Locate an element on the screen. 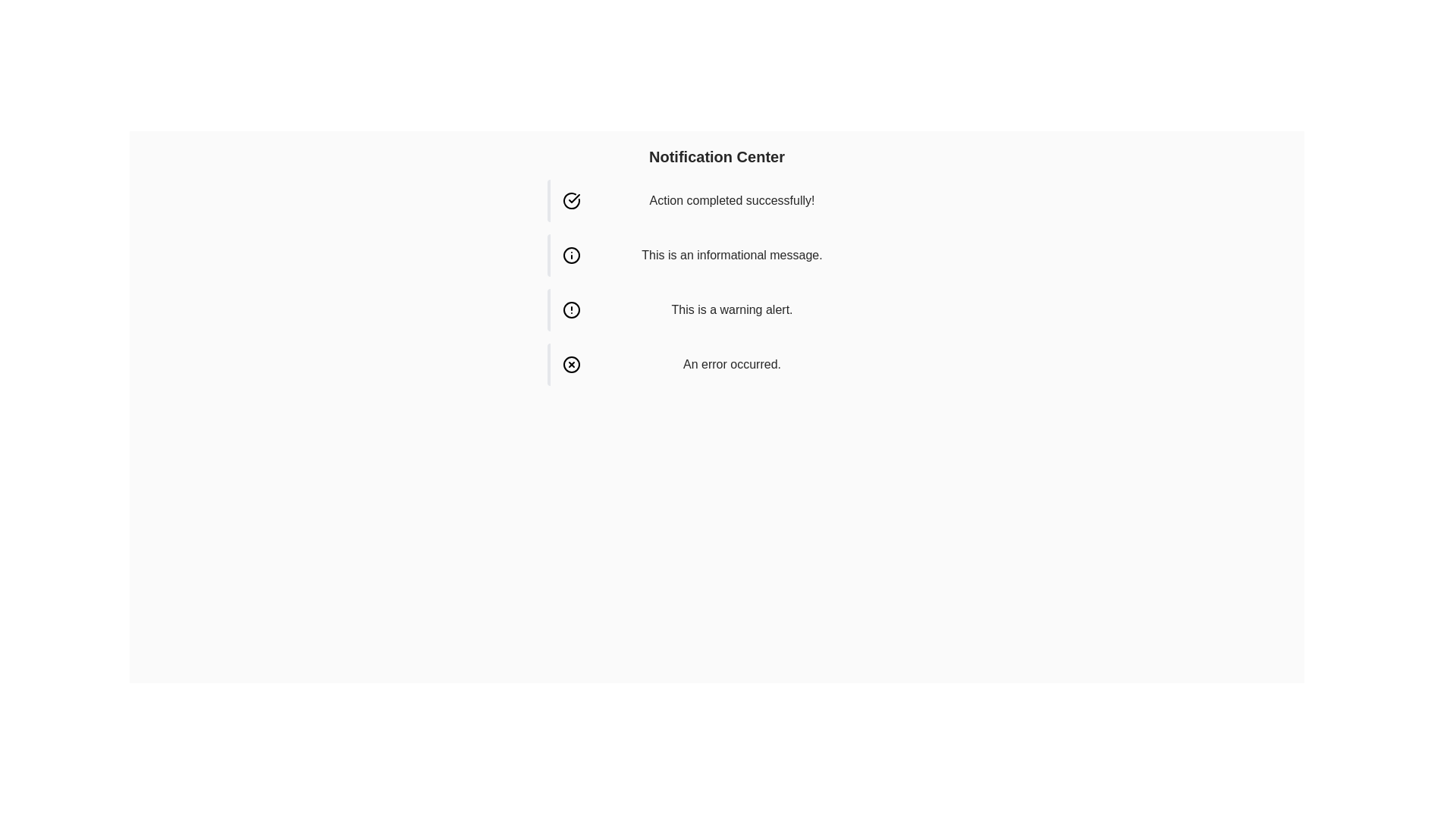 Image resolution: width=1456 pixels, height=819 pixels. the warning alert icon located to the left of the text 'This is a warning alert.' which signifies a warning or alert status is located at coordinates (570, 309).